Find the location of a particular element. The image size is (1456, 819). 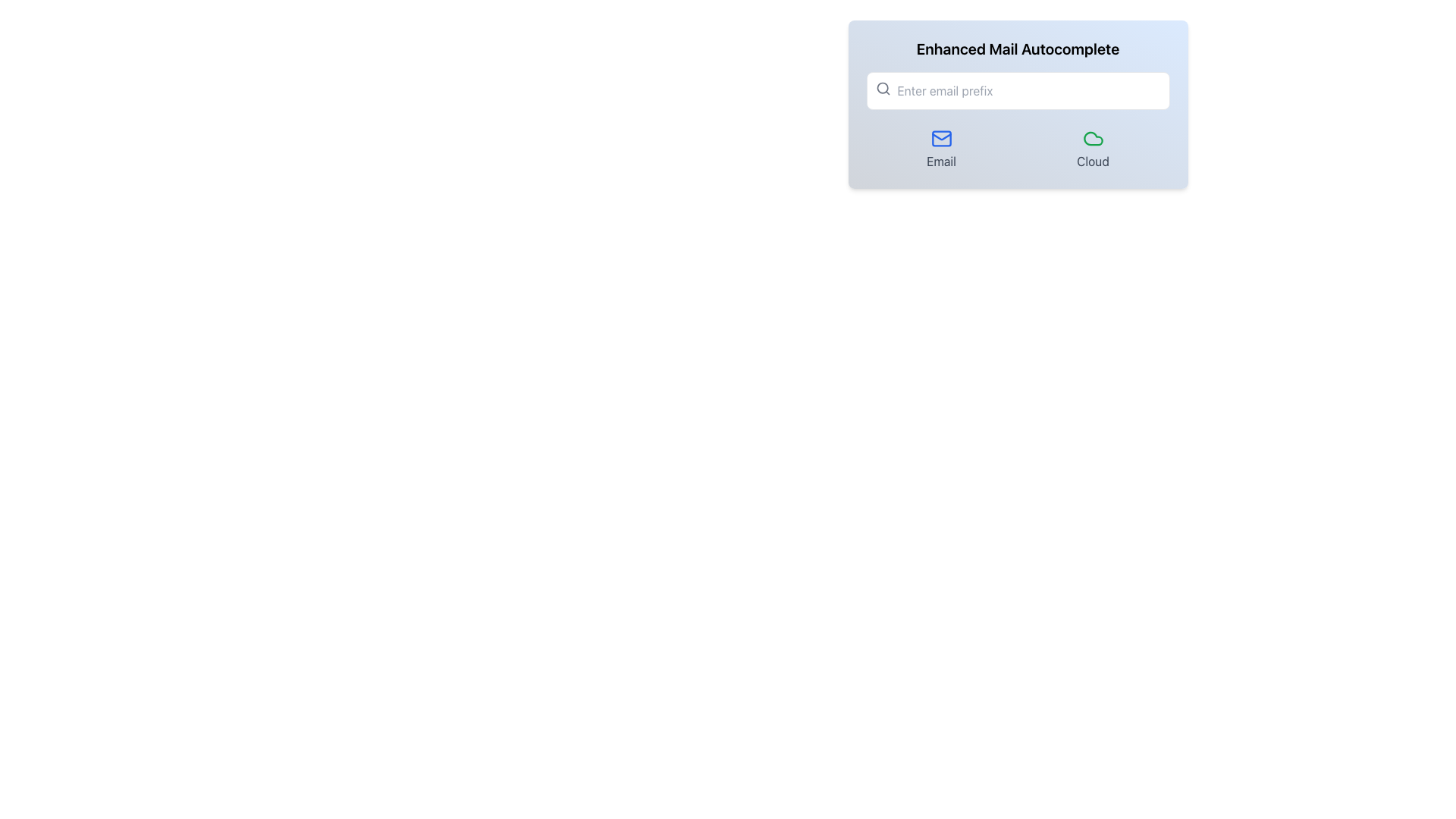

the blue mail icon, which is represented by an envelope with a blue outline and is positioned above the text label 'Email' is located at coordinates (940, 138).